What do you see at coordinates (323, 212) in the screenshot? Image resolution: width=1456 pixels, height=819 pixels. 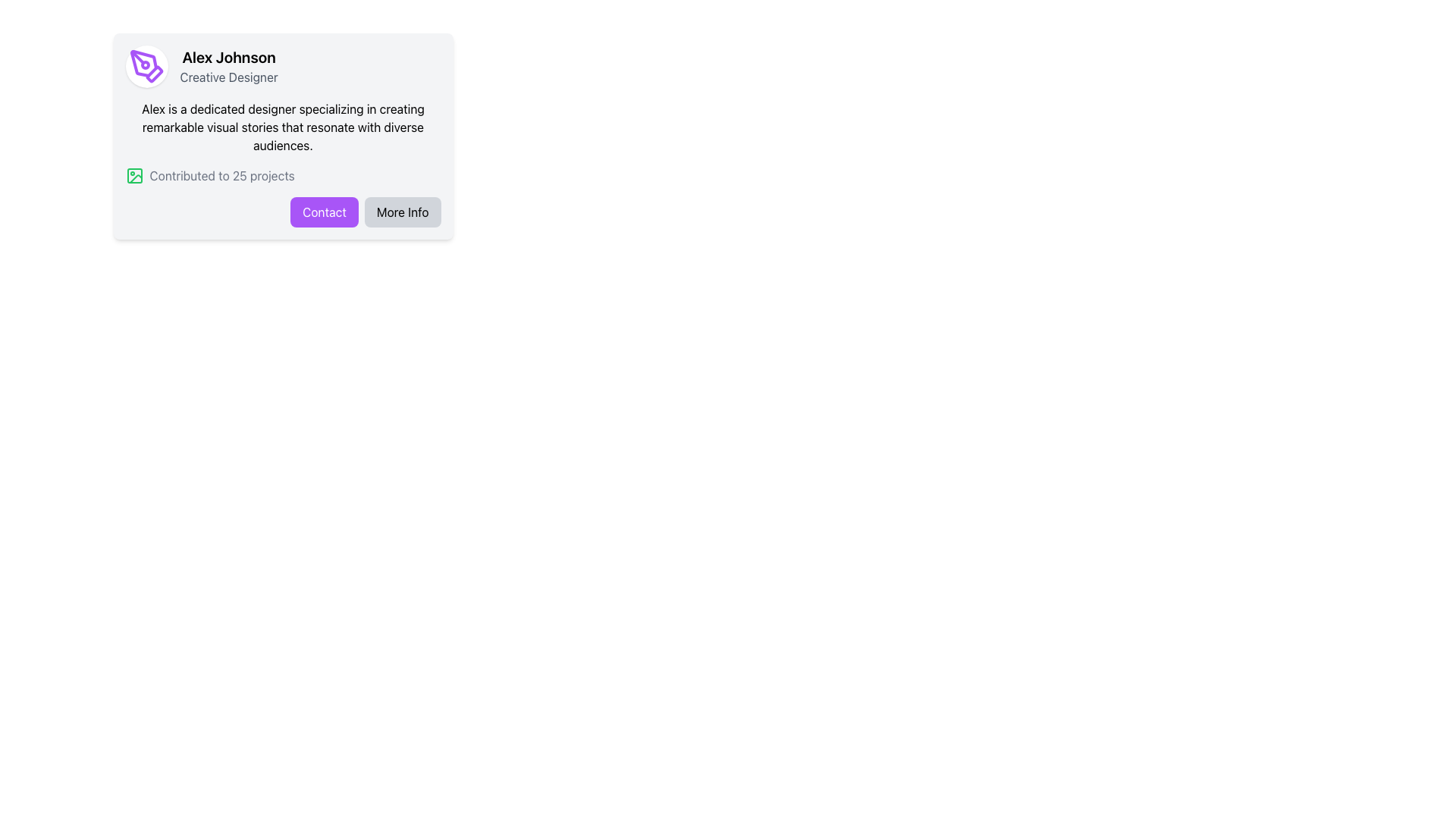 I see `the purple 'Contact' button located in the lower-right corner of the card layout displaying information about 'Alex Johnson'` at bounding box center [323, 212].